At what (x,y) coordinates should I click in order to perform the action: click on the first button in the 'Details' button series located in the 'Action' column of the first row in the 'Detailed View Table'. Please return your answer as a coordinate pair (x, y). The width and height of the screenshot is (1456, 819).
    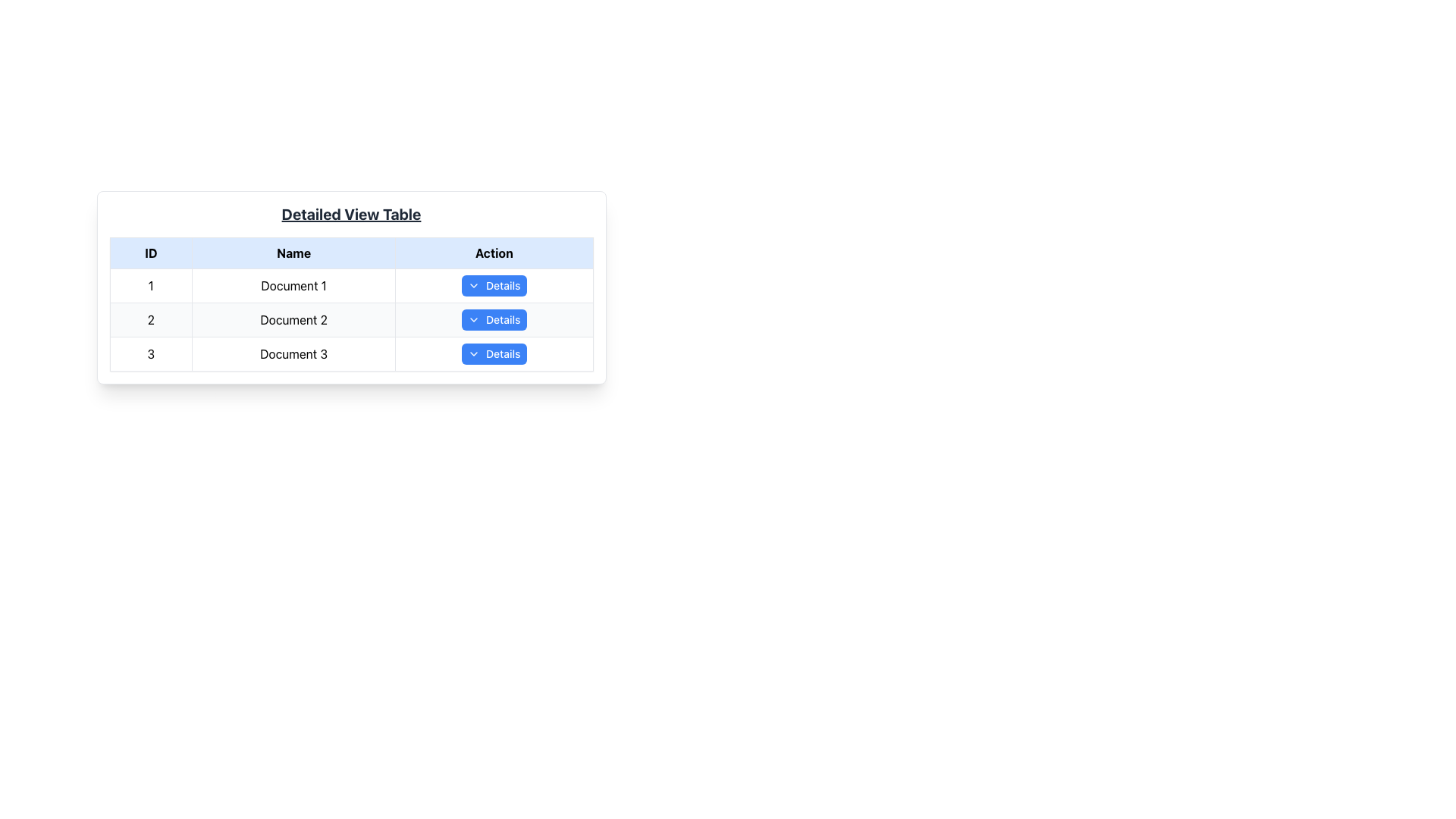
    Looking at the image, I should click on (494, 286).